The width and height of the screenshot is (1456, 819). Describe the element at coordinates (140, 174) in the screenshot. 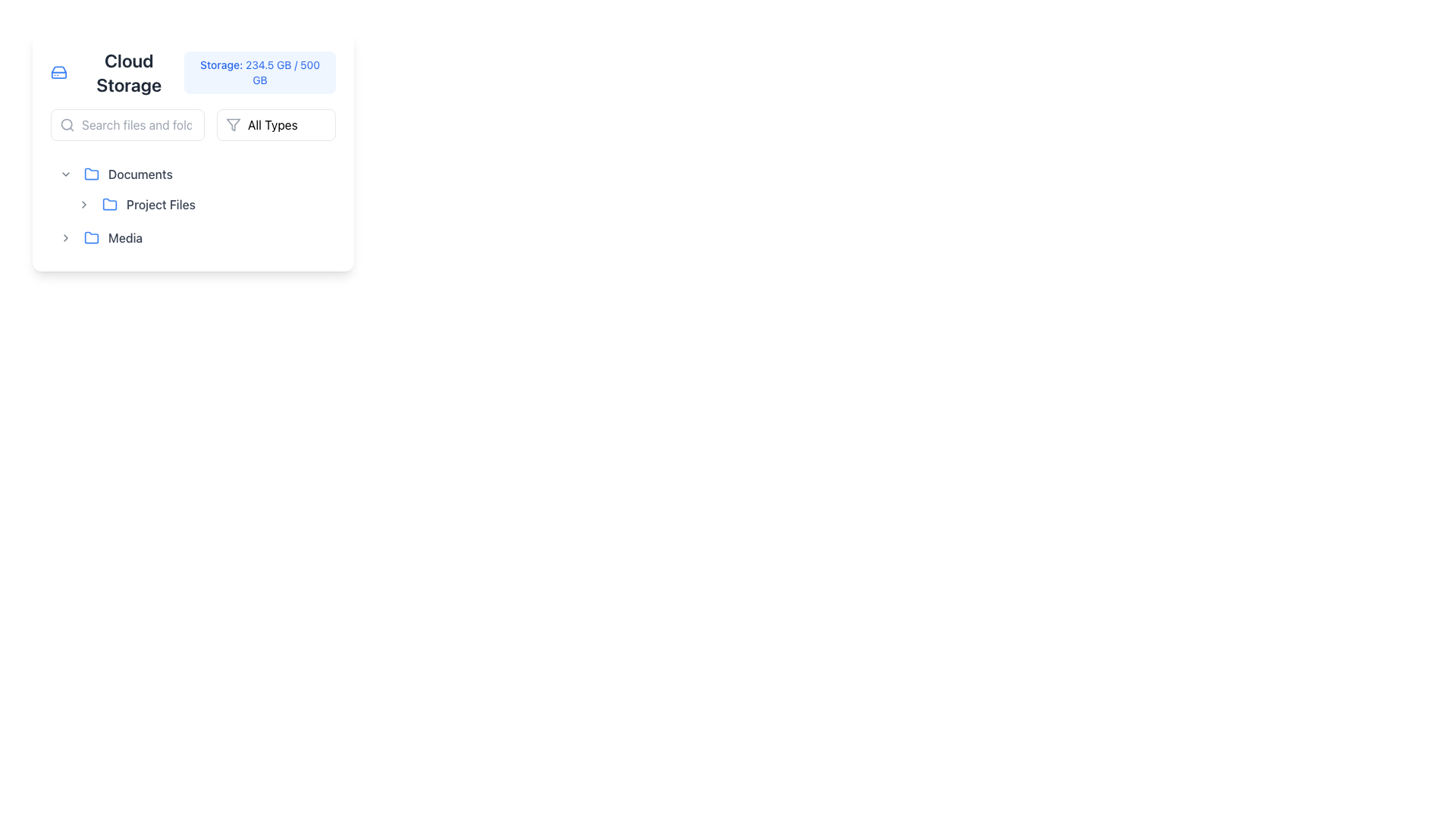

I see `the 'Documents' text label in the cloud storage navigation panel` at that location.